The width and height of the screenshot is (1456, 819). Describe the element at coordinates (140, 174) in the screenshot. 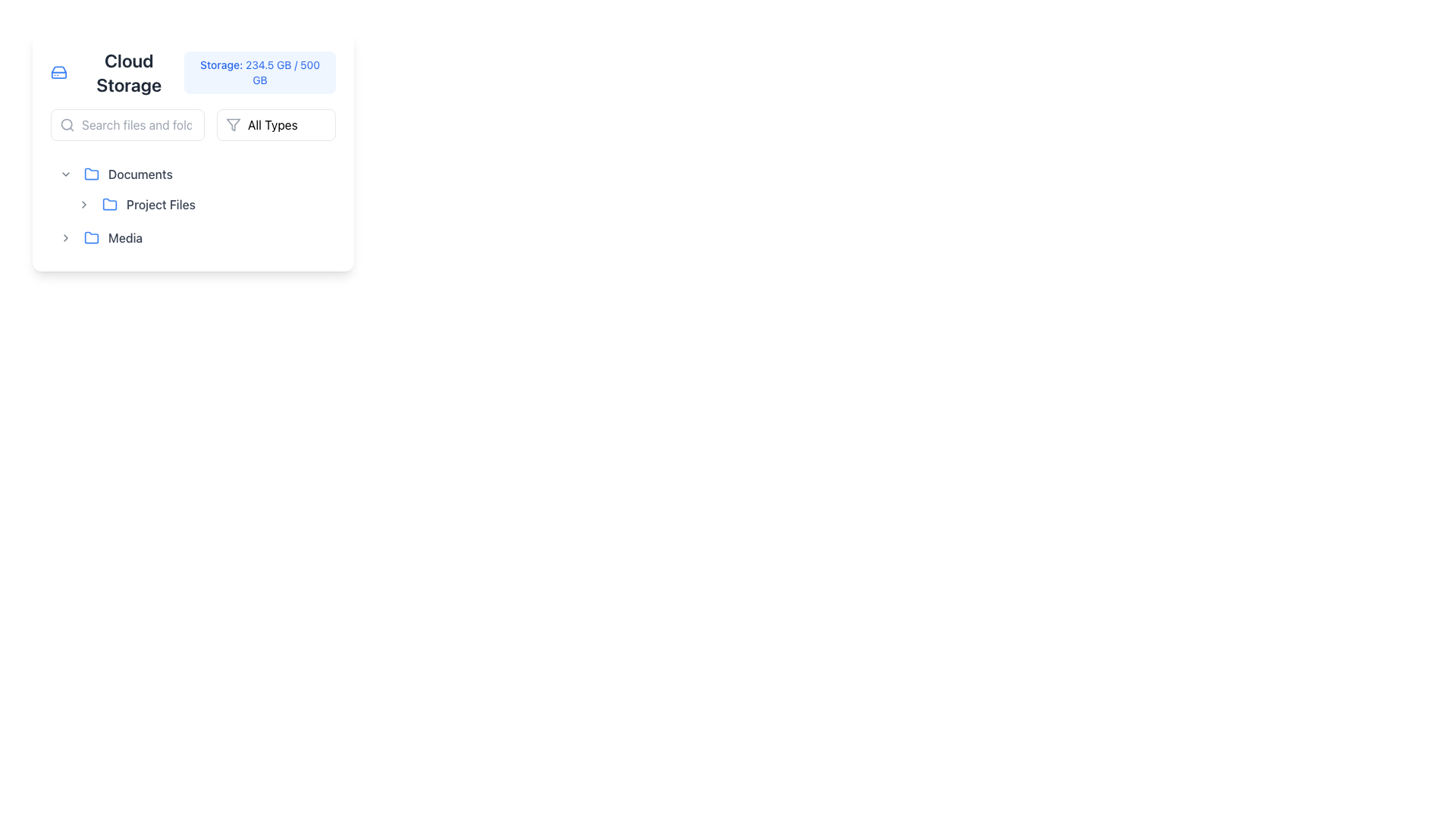

I see `the 'Documents' text label in the cloud storage navigation panel` at that location.